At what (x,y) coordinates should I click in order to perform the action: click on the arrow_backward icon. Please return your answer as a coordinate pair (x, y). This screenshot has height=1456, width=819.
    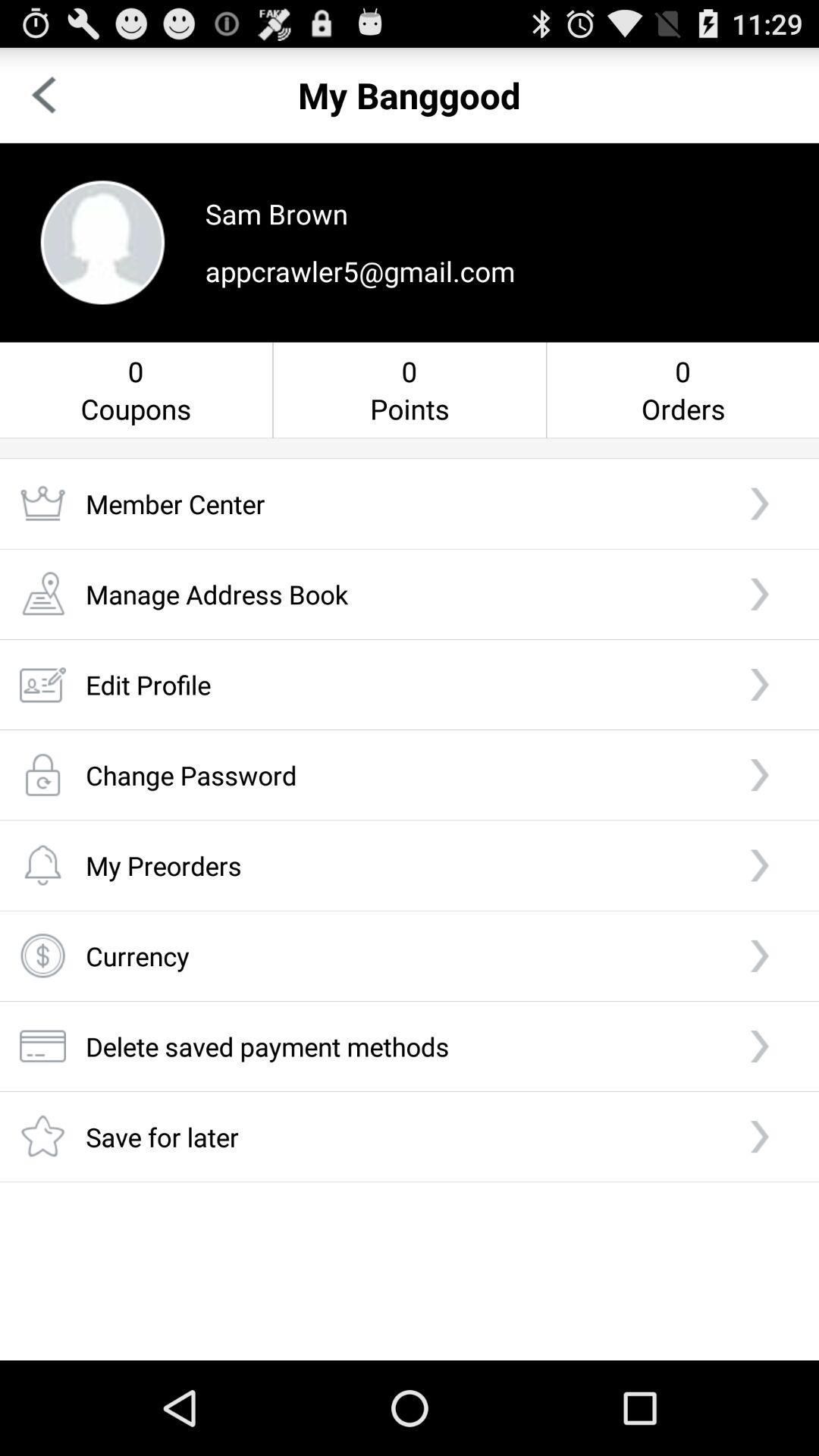
    Looking at the image, I should click on (42, 101).